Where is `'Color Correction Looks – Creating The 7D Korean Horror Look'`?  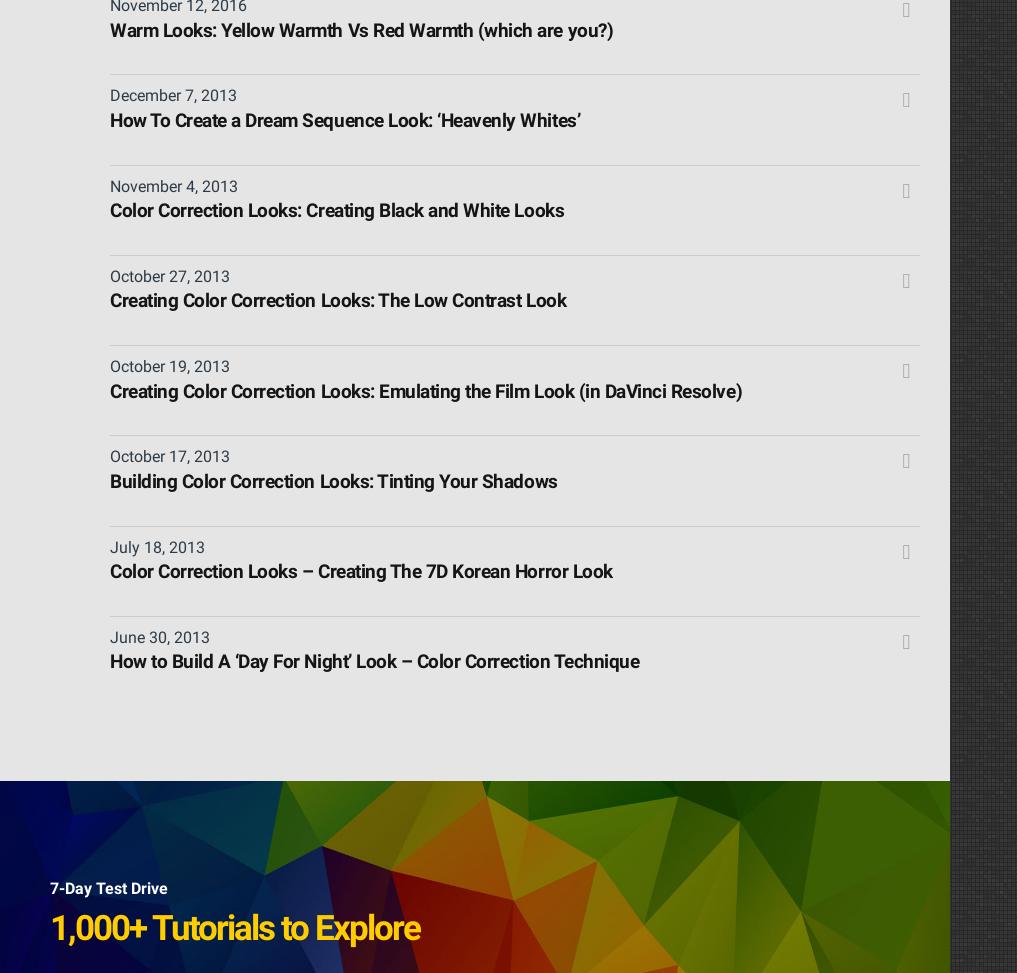
'Color Correction Looks – Creating The 7D Korean Horror Look' is located at coordinates (360, 571).